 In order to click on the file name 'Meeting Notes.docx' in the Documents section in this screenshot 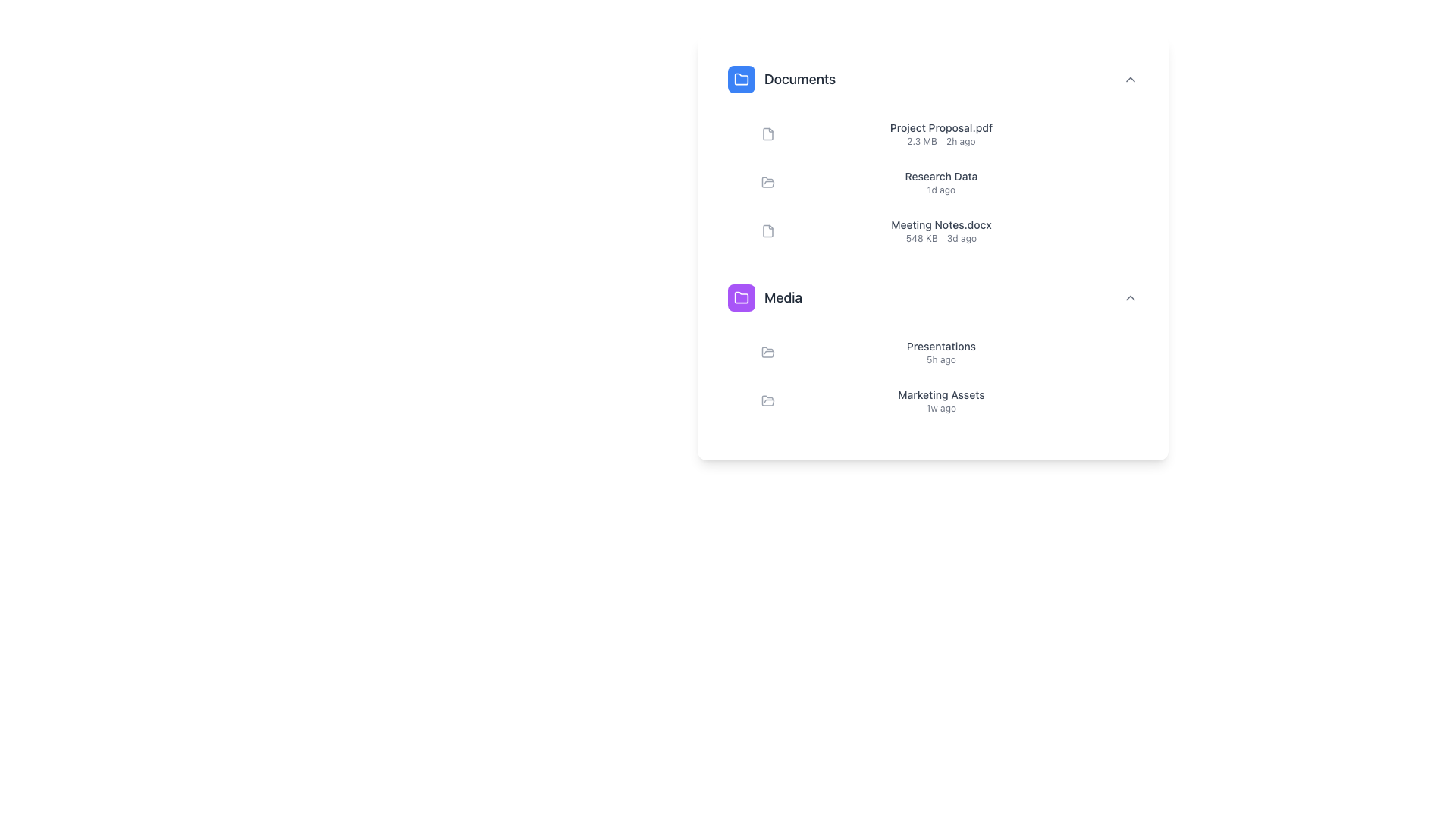, I will do `click(940, 231)`.